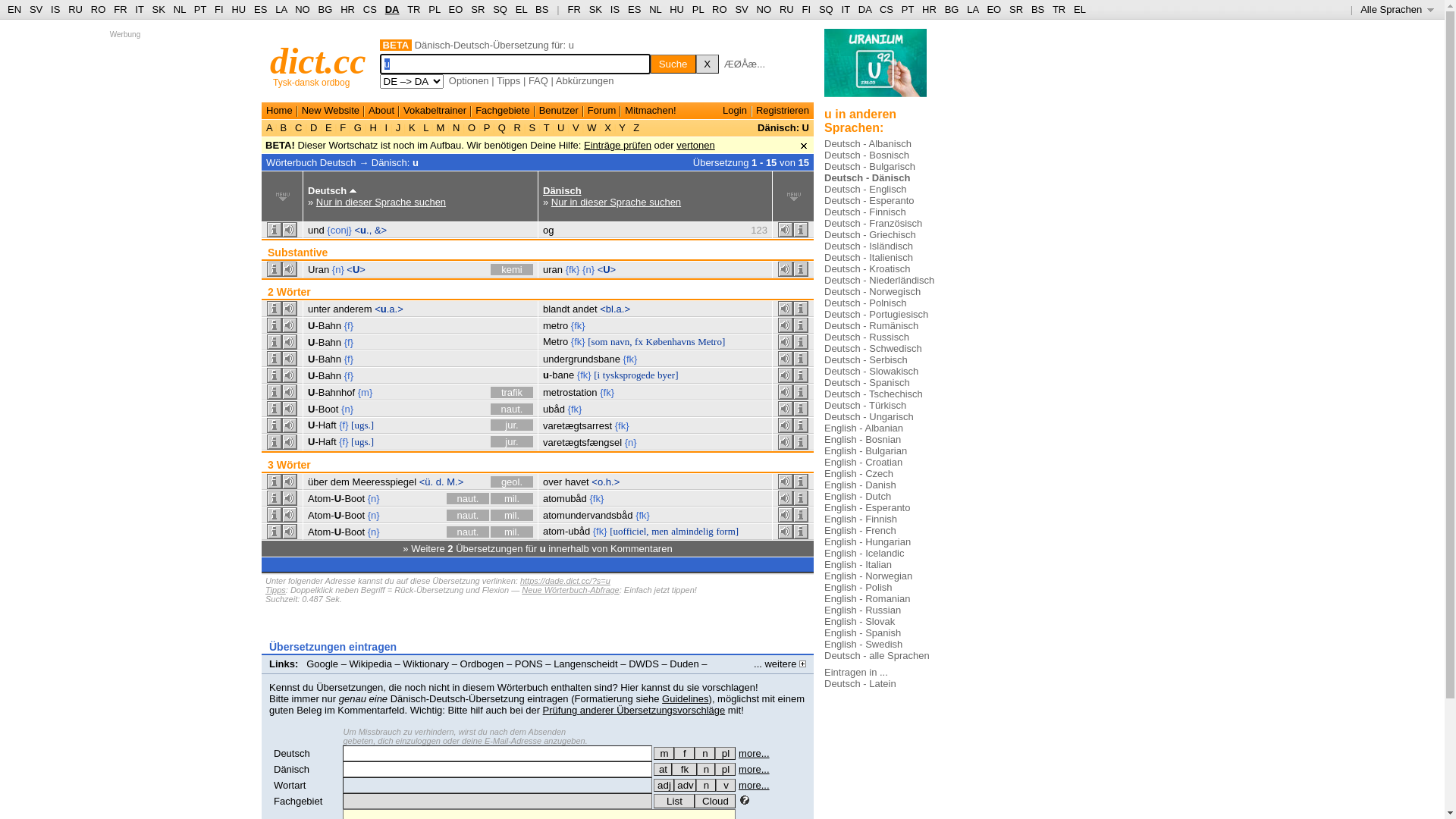 The height and width of the screenshot is (819, 1456). I want to click on 'anderem', so click(351, 308).